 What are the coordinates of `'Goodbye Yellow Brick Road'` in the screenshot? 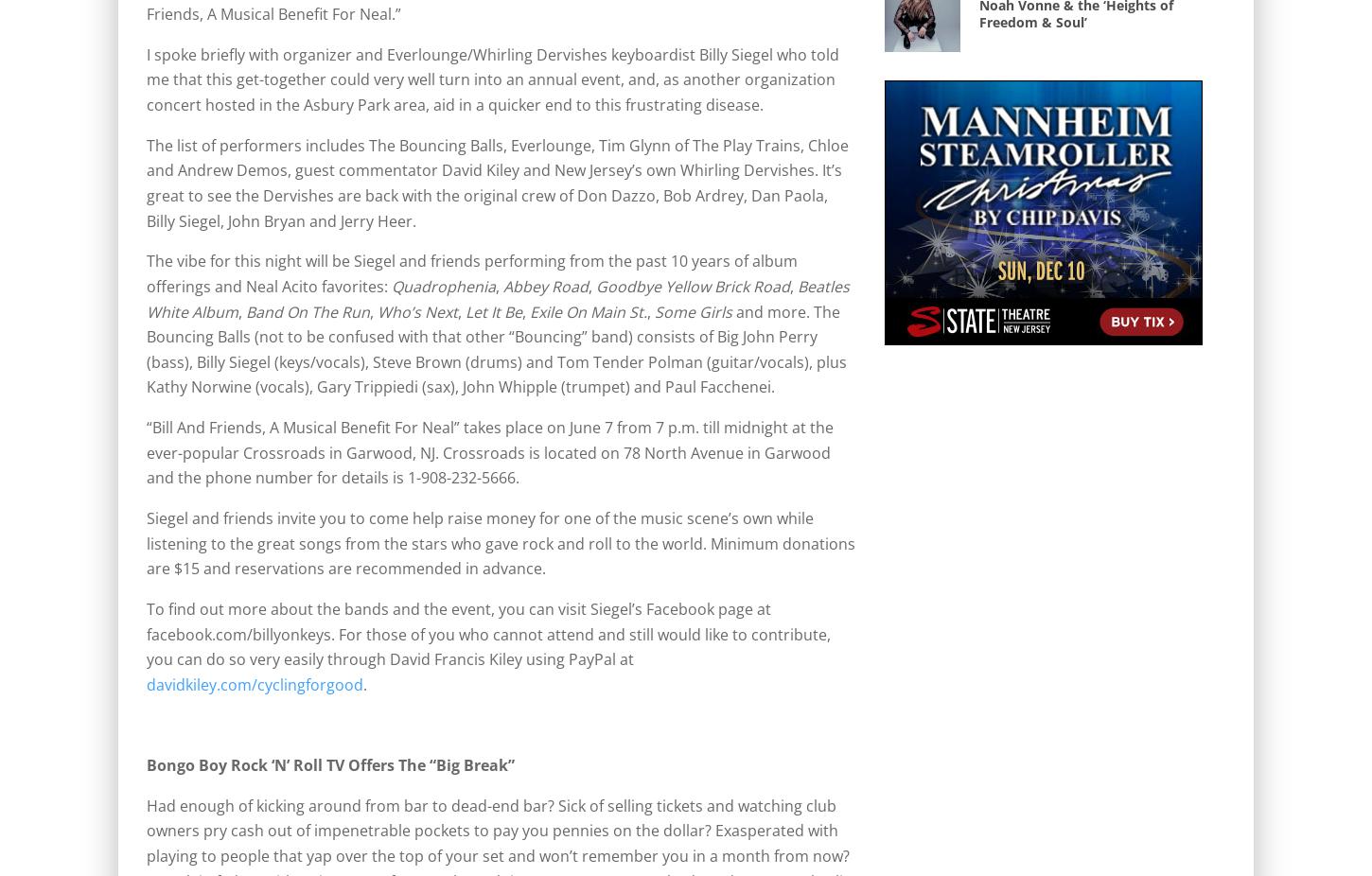 It's located at (691, 285).